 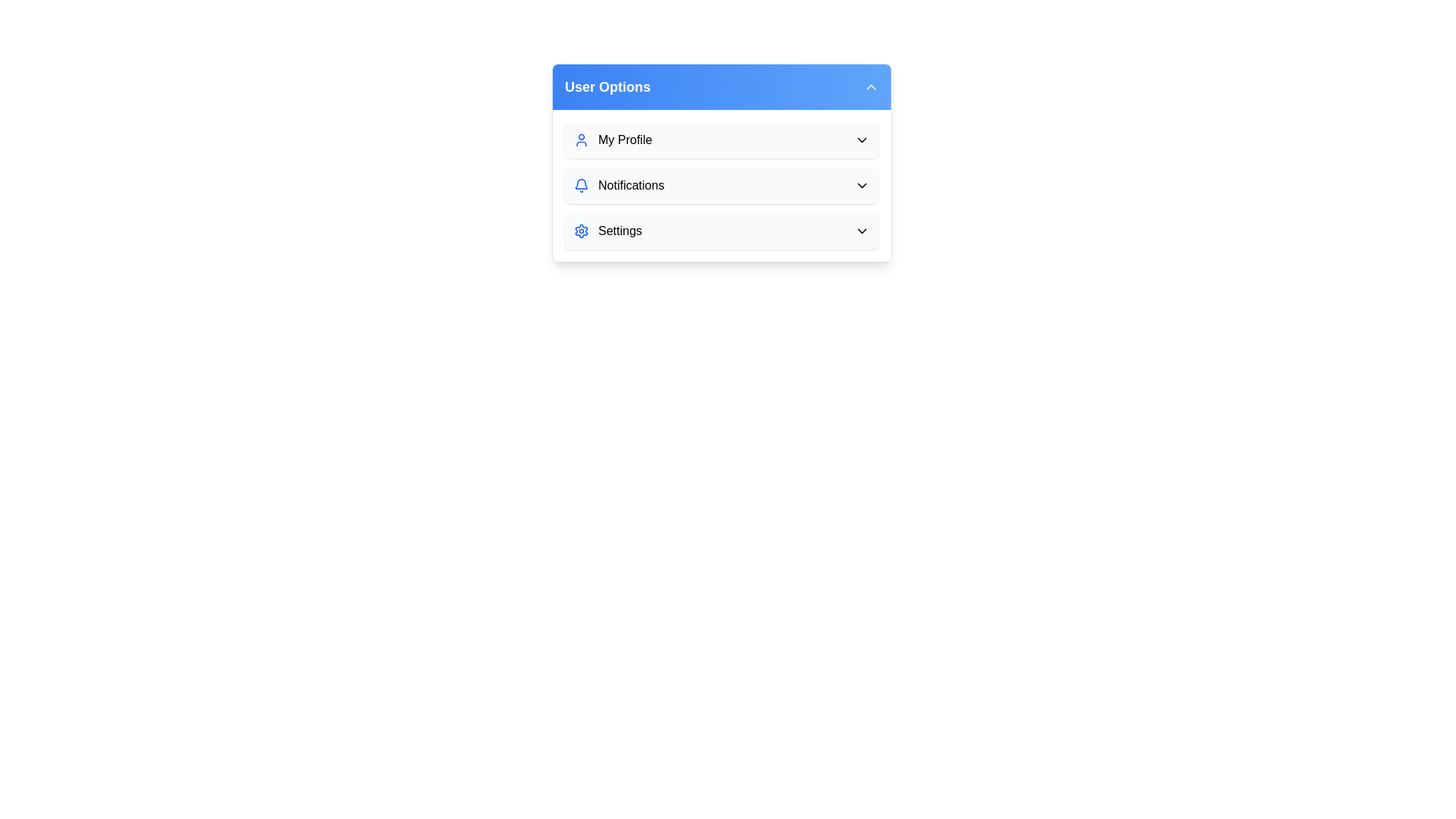 What do you see at coordinates (619, 185) in the screenshot?
I see `the 'Notifications' menu item located below 'My Profile' and above 'Settings' in the 'User Options' card` at bounding box center [619, 185].